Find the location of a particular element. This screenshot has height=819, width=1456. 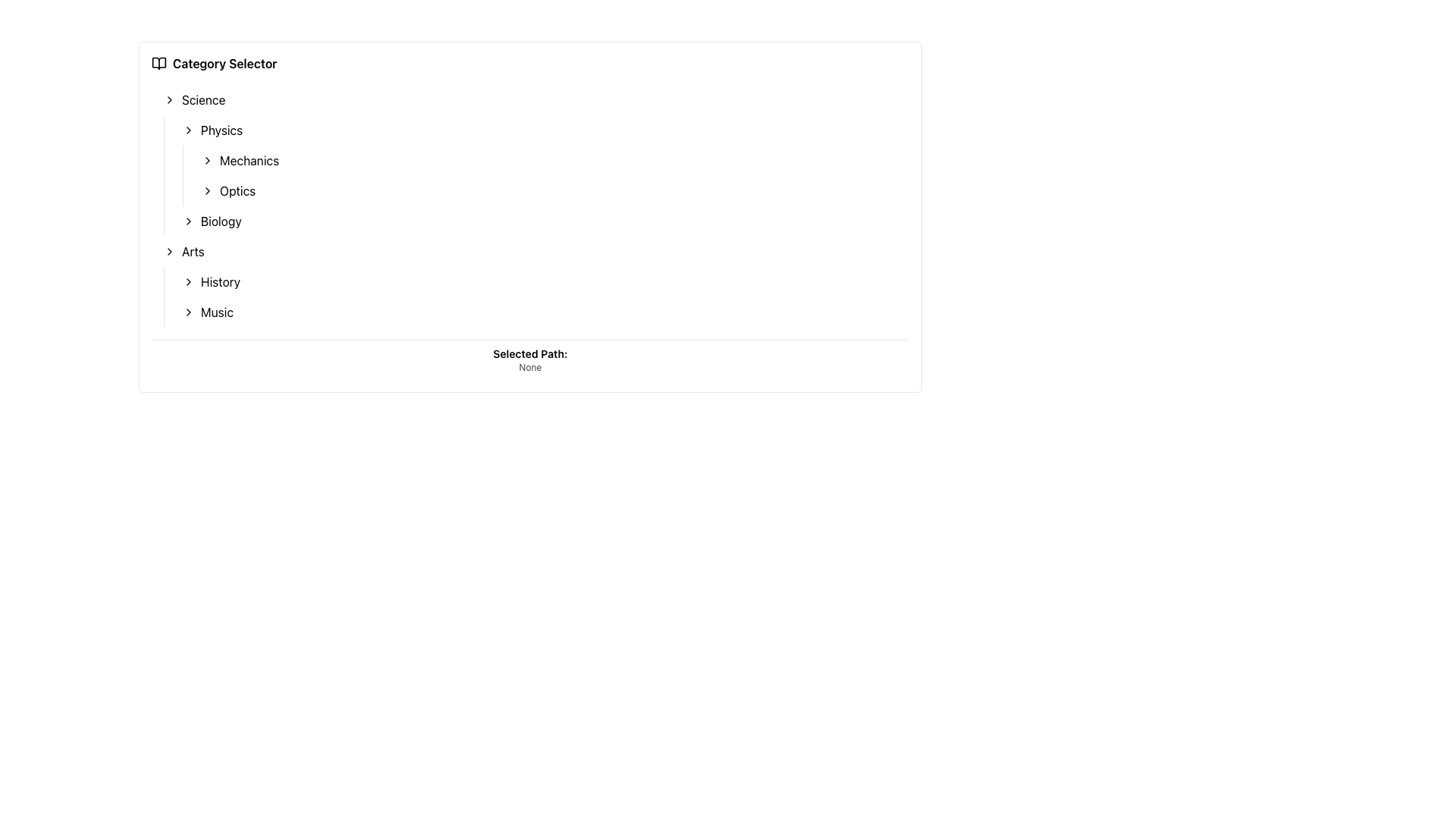

the Chevron icon is located at coordinates (188, 312).